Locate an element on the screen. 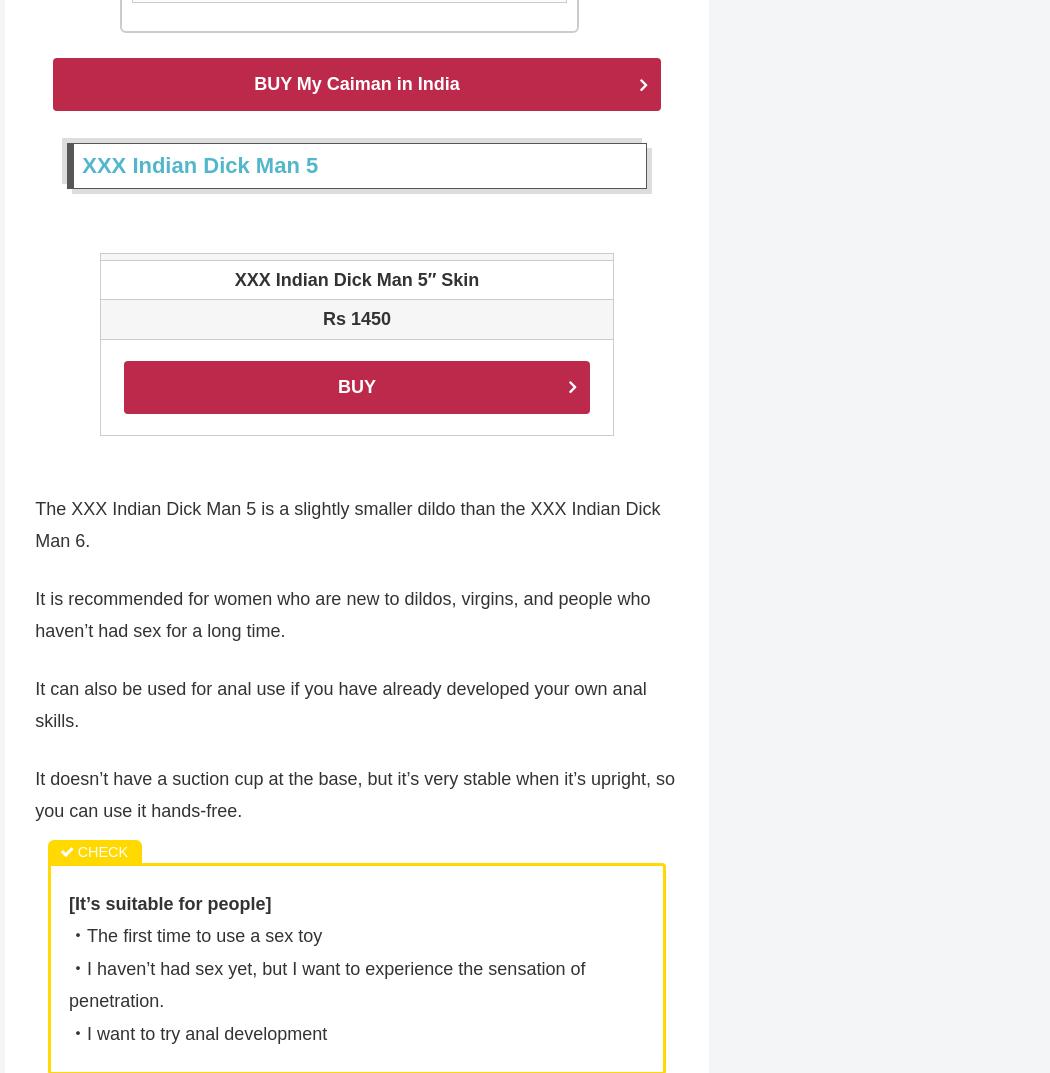  'XXX Indian Dick Man 5″ Skin' is located at coordinates (355, 280).